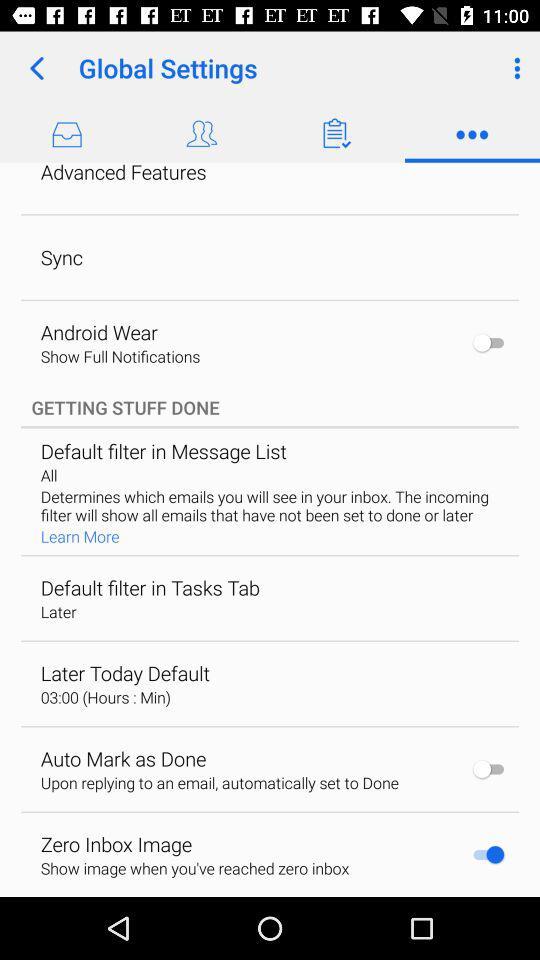 Image resolution: width=540 pixels, height=960 pixels. I want to click on the item below the all icon, so click(269, 504).